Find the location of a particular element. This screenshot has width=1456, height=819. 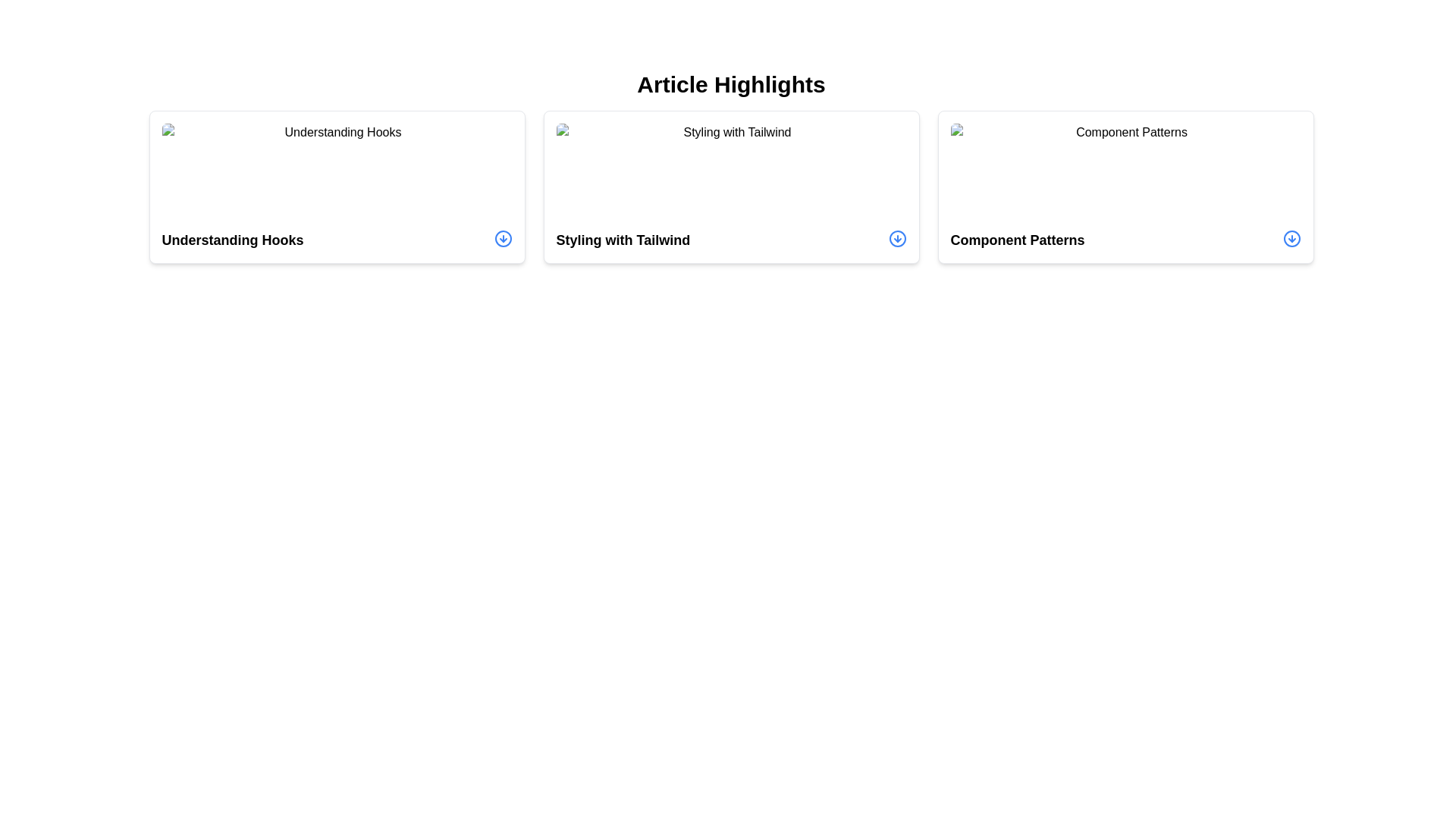

text element that serves as the title for the middle card in the series of three cards is located at coordinates (623, 239).